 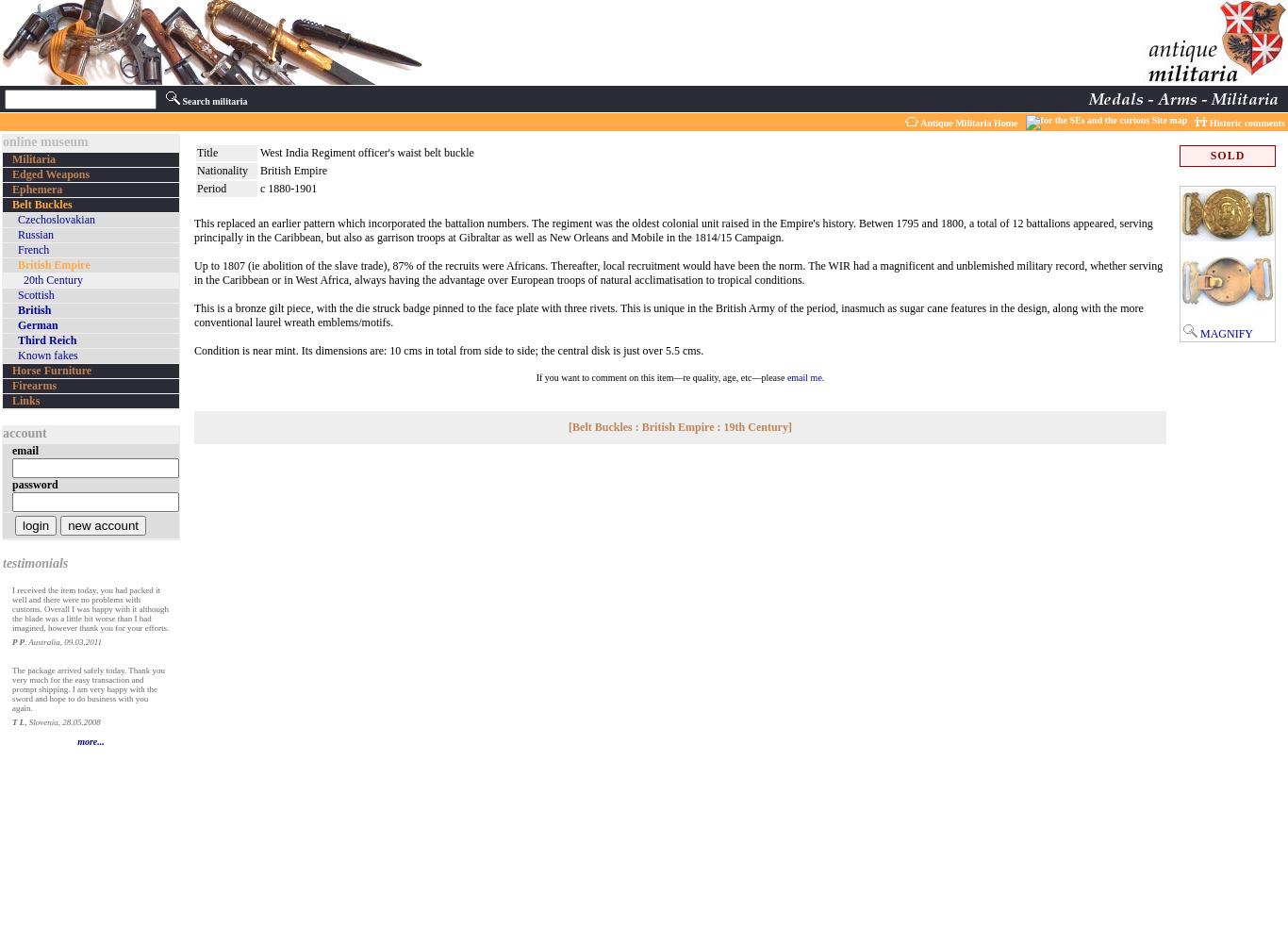 What do you see at coordinates (1167, 120) in the screenshot?
I see `'Site map'` at bounding box center [1167, 120].